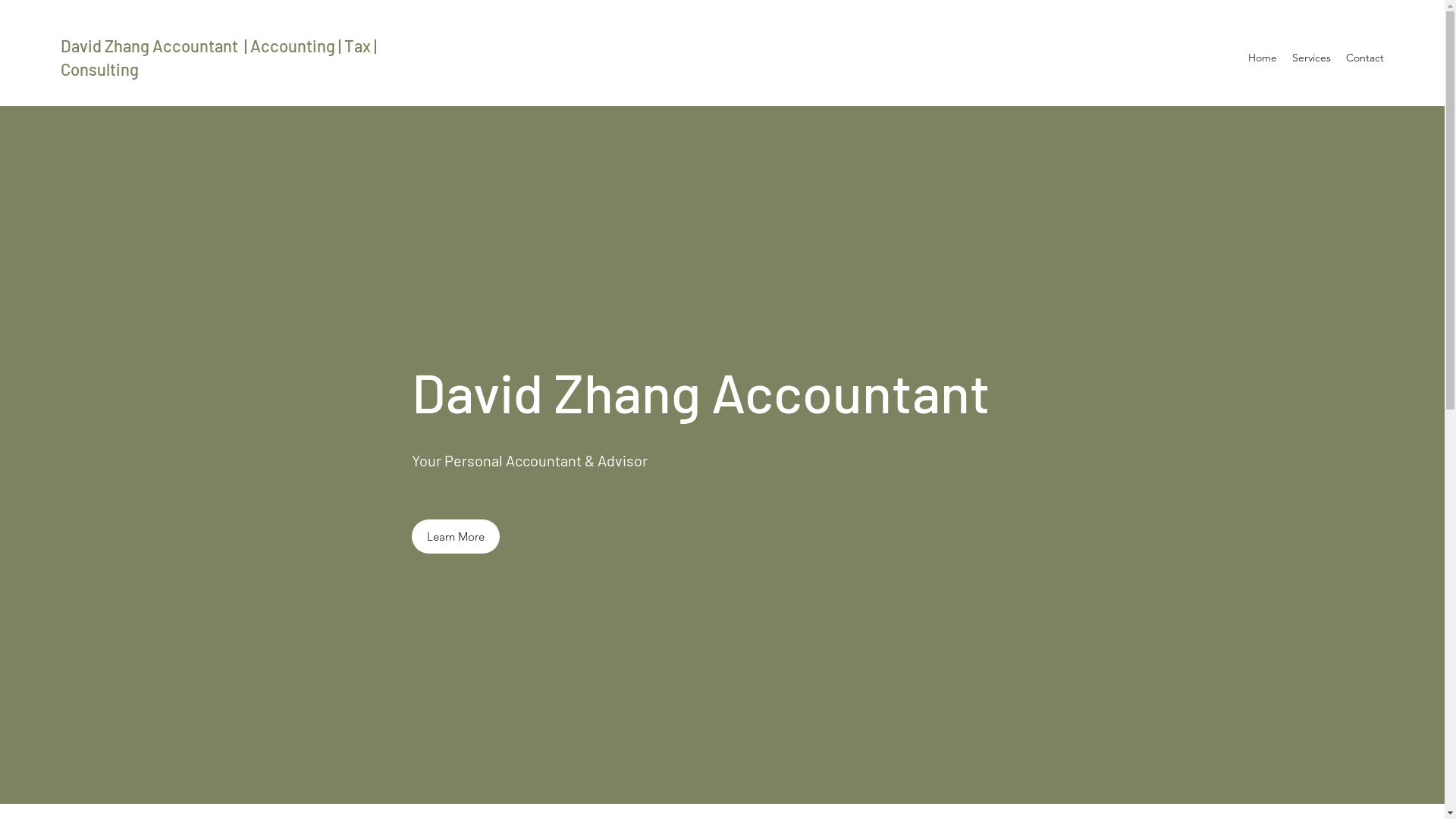  Describe the element at coordinates (1241, 57) in the screenshot. I see `'Home'` at that location.